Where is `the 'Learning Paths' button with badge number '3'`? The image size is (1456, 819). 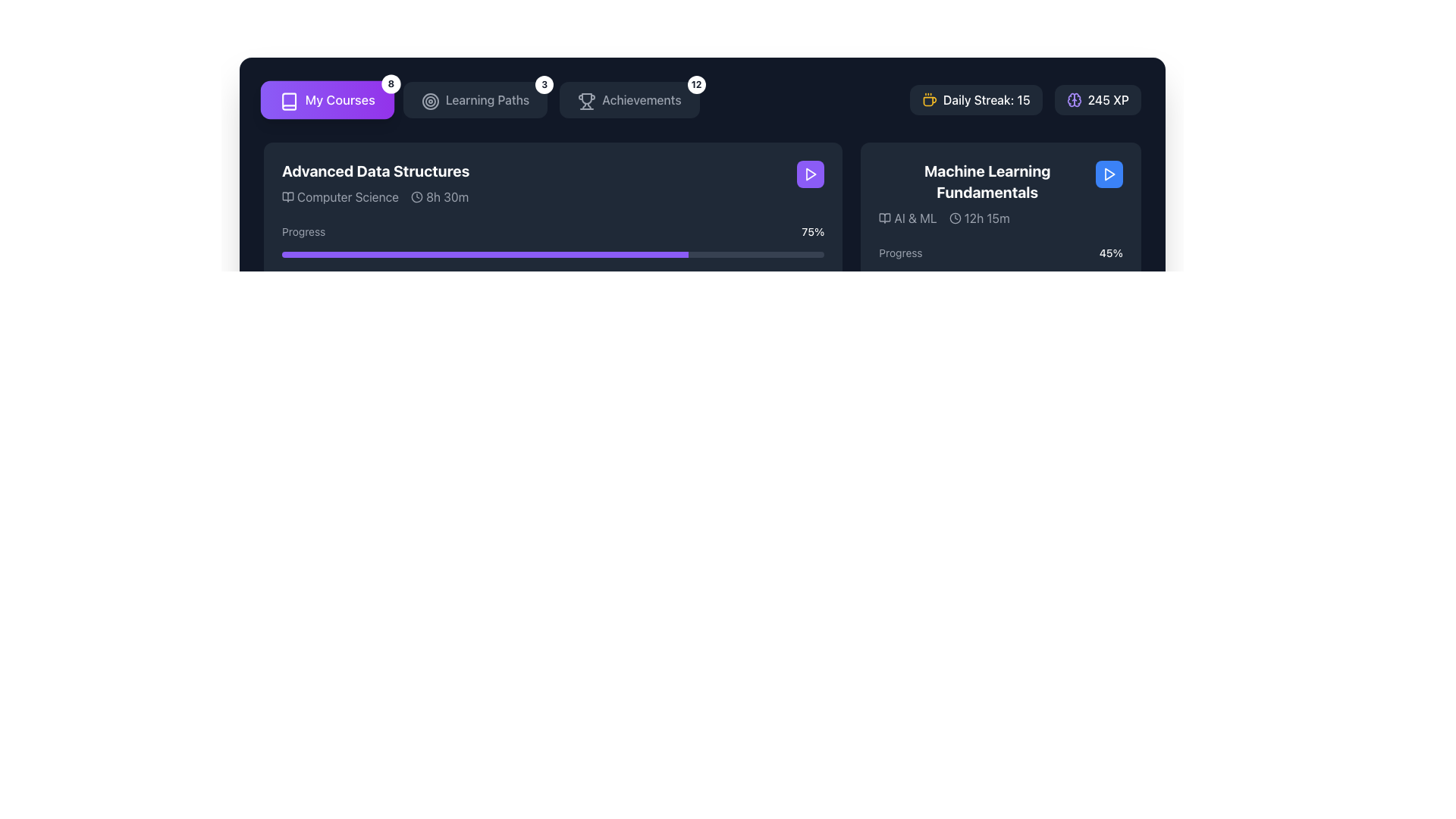
the 'Learning Paths' button with badge number '3' is located at coordinates (475, 99).